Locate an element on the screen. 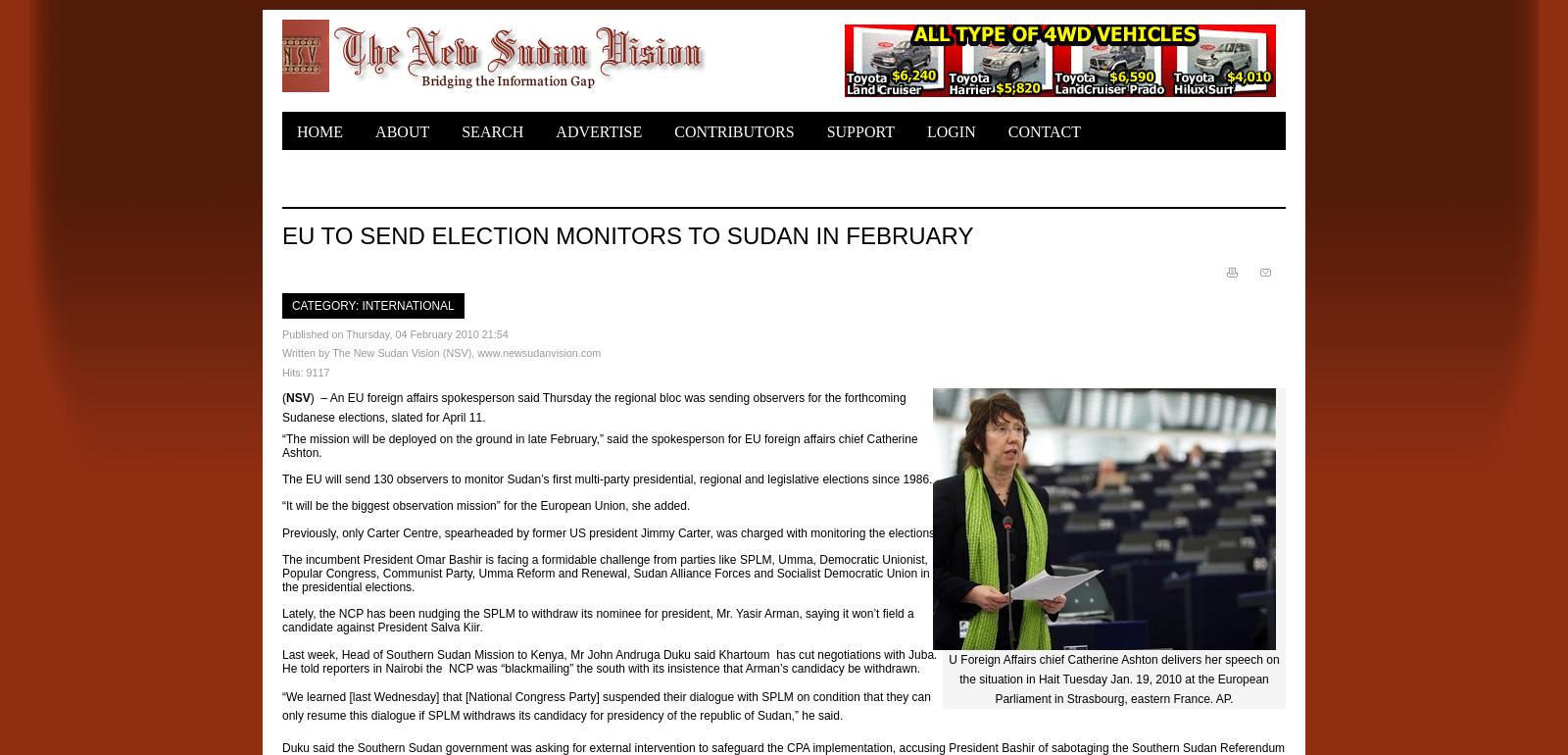  'Support' is located at coordinates (825, 131).